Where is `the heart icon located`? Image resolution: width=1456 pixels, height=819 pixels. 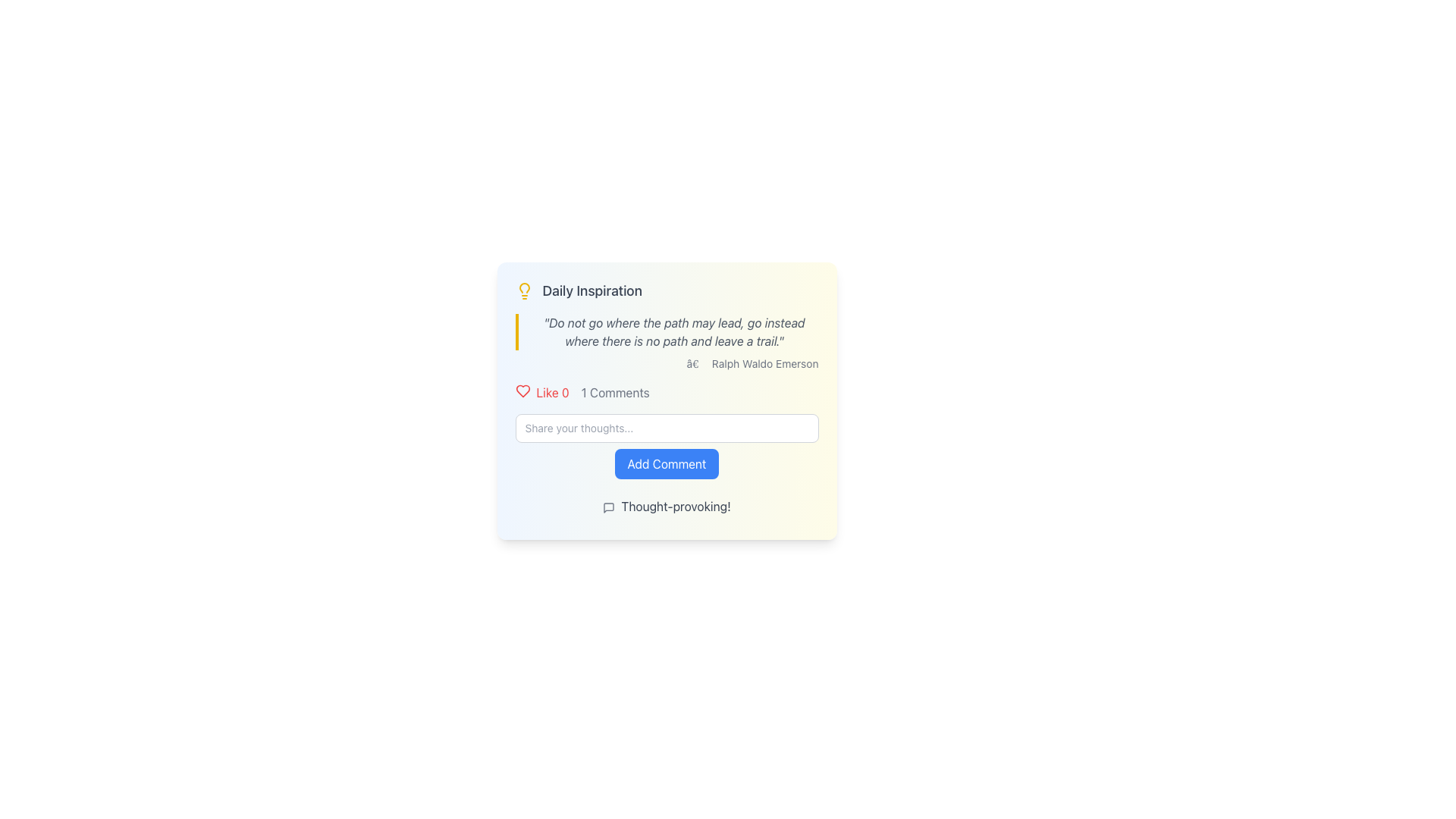
the heart icon located is located at coordinates (522, 391).